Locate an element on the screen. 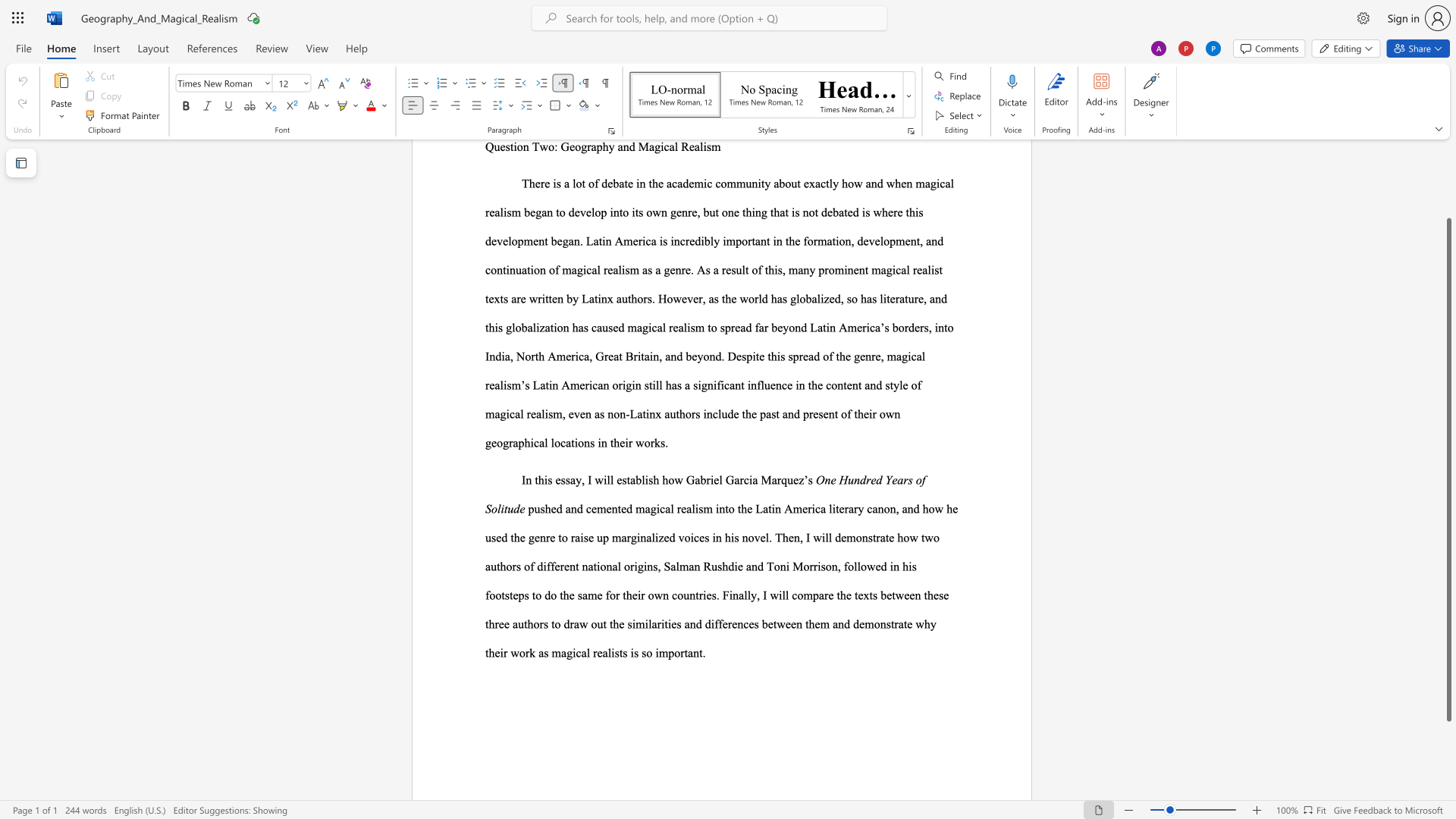 The width and height of the screenshot is (1456, 819). the scrollbar on the right is located at coordinates (1448, 196).